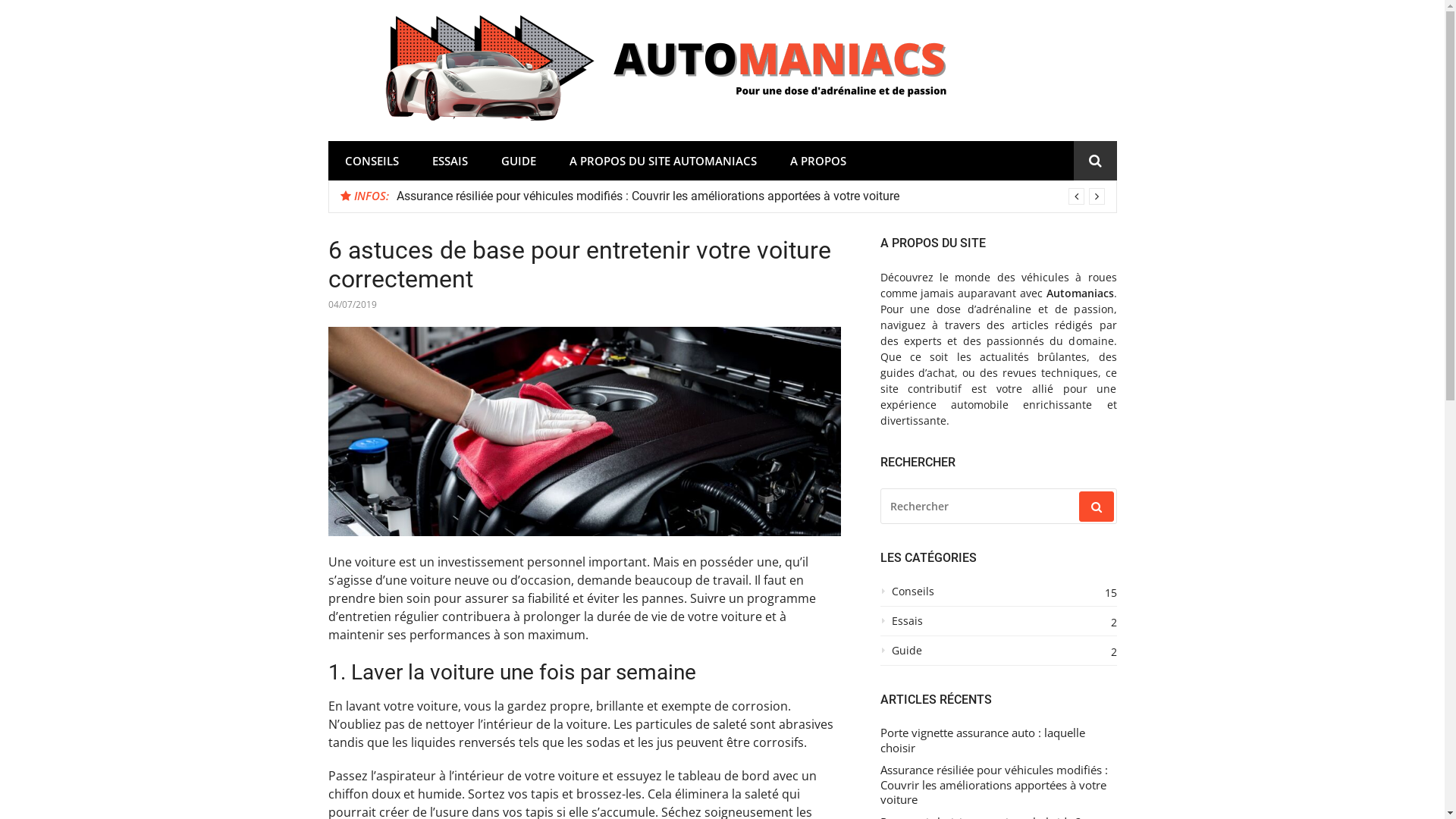  I want to click on 'Guide', so click(880, 654).